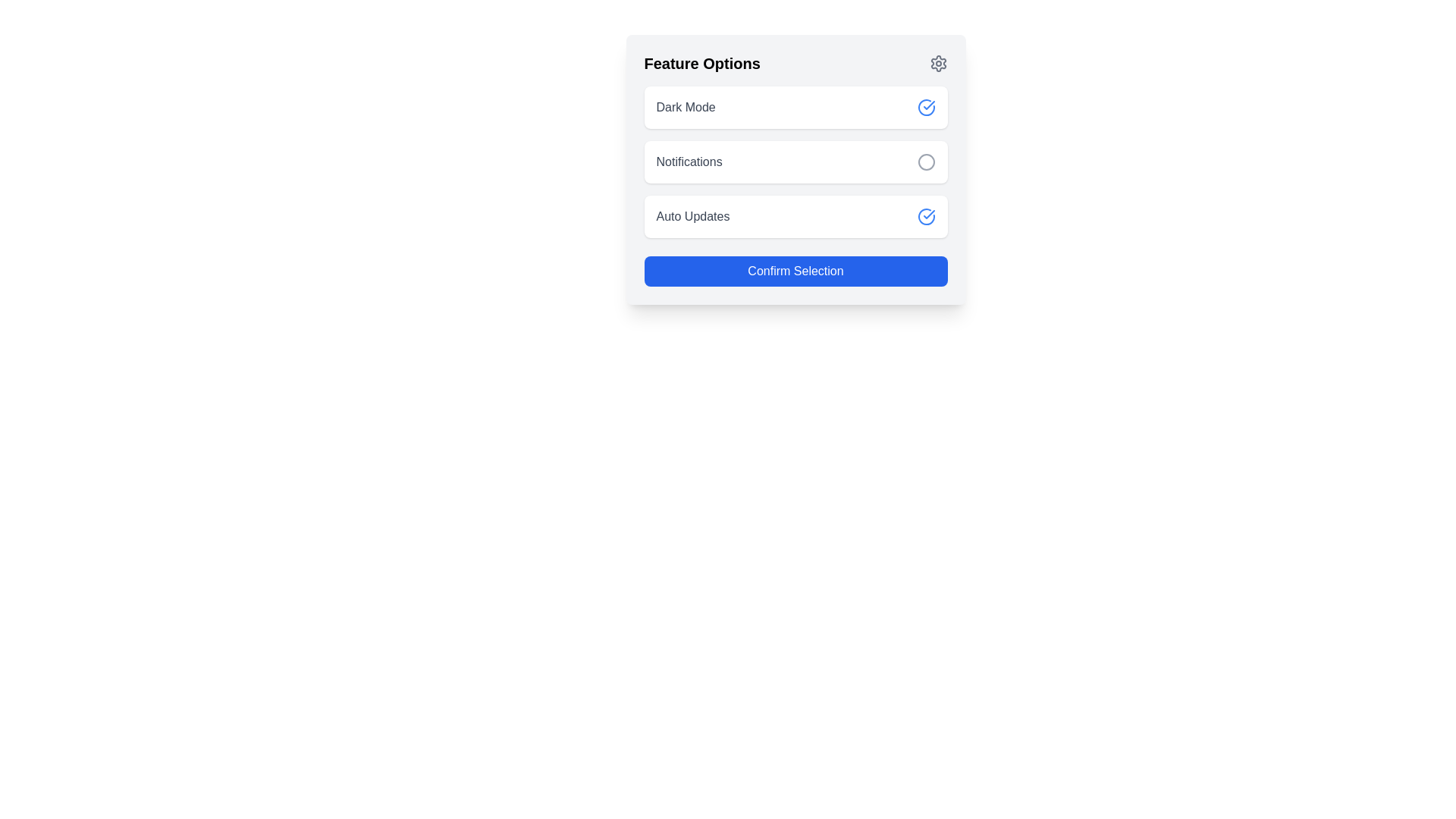  I want to click on the 'Confirm Selection' button, which is a rectangular button with a blue background and rounded corners located below the 'Auto Updates' toggle option, so click(795, 271).